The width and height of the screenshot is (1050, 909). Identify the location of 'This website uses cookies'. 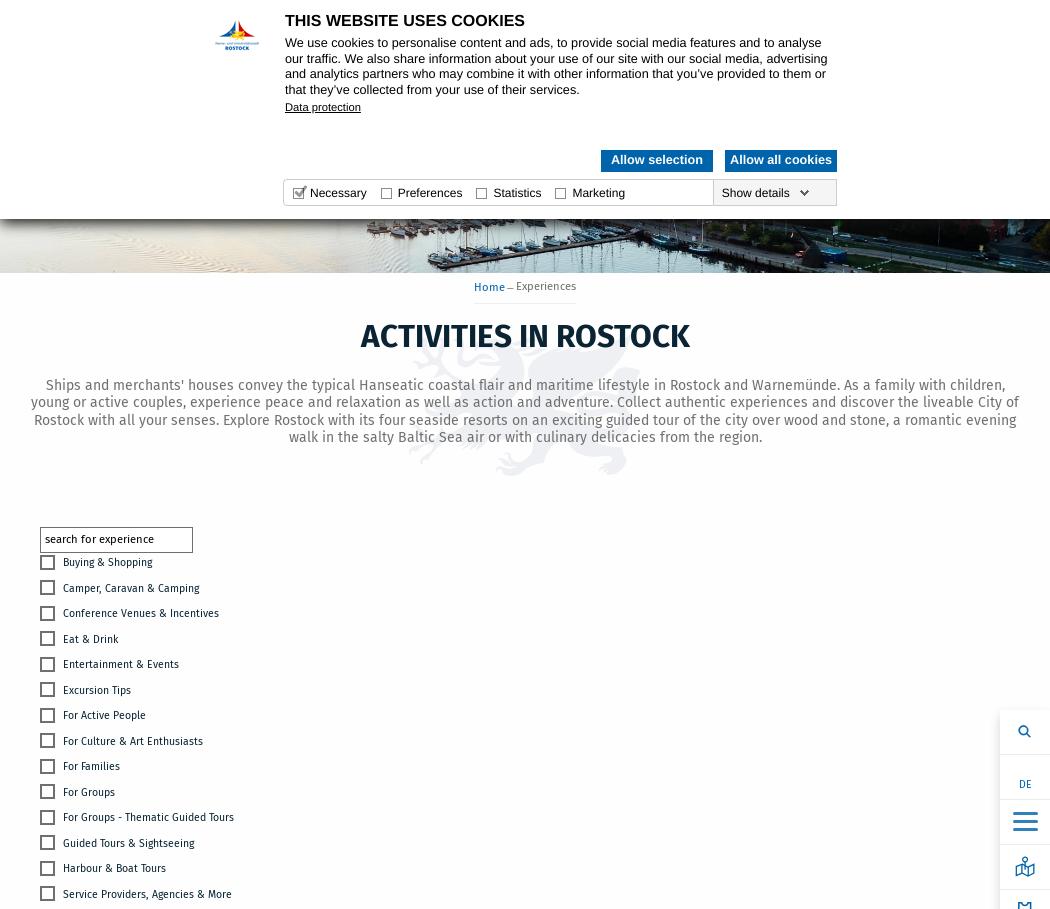
(404, 20).